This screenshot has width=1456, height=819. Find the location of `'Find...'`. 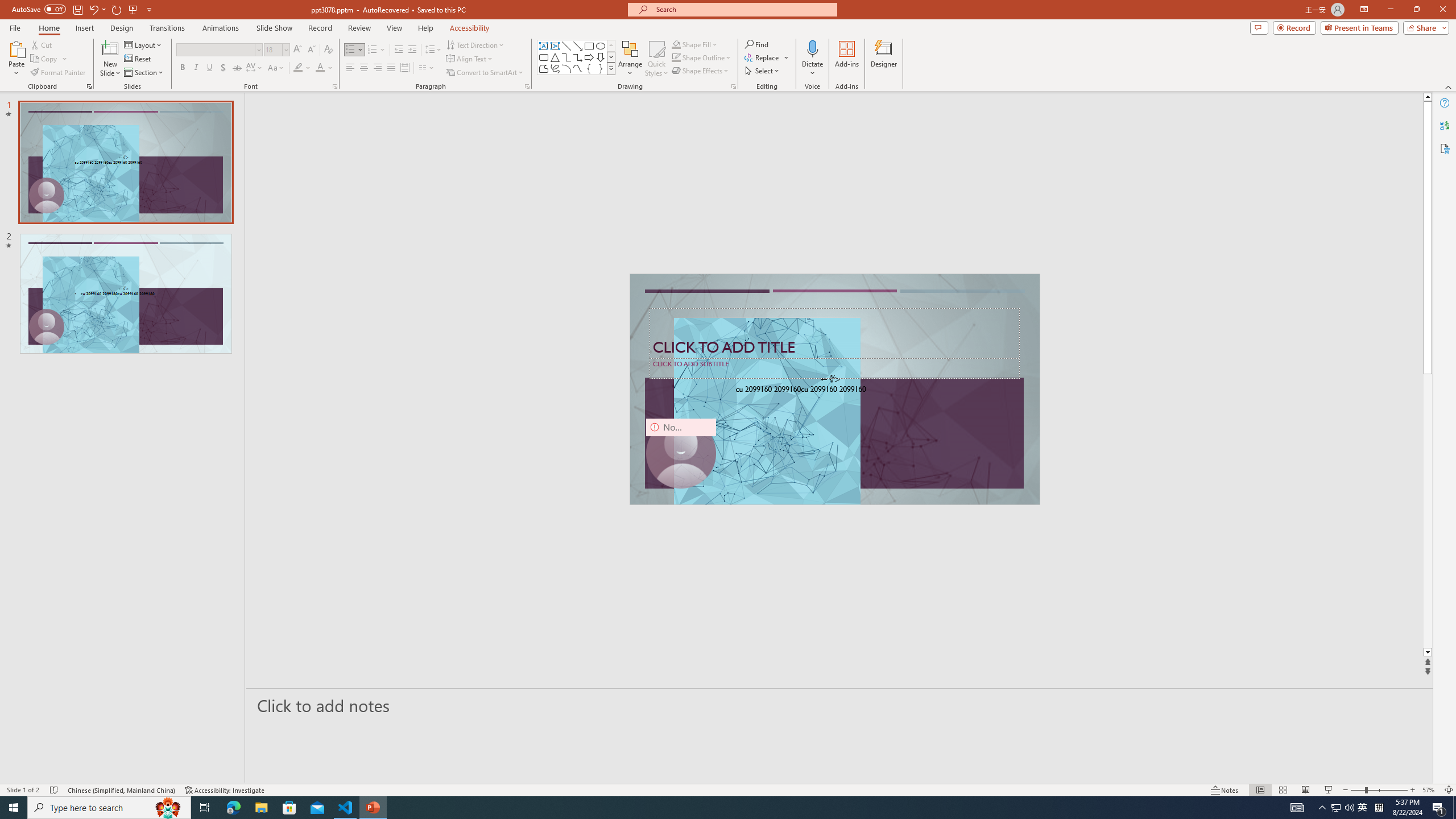

'Find...' is located at coordinates (756, 44).